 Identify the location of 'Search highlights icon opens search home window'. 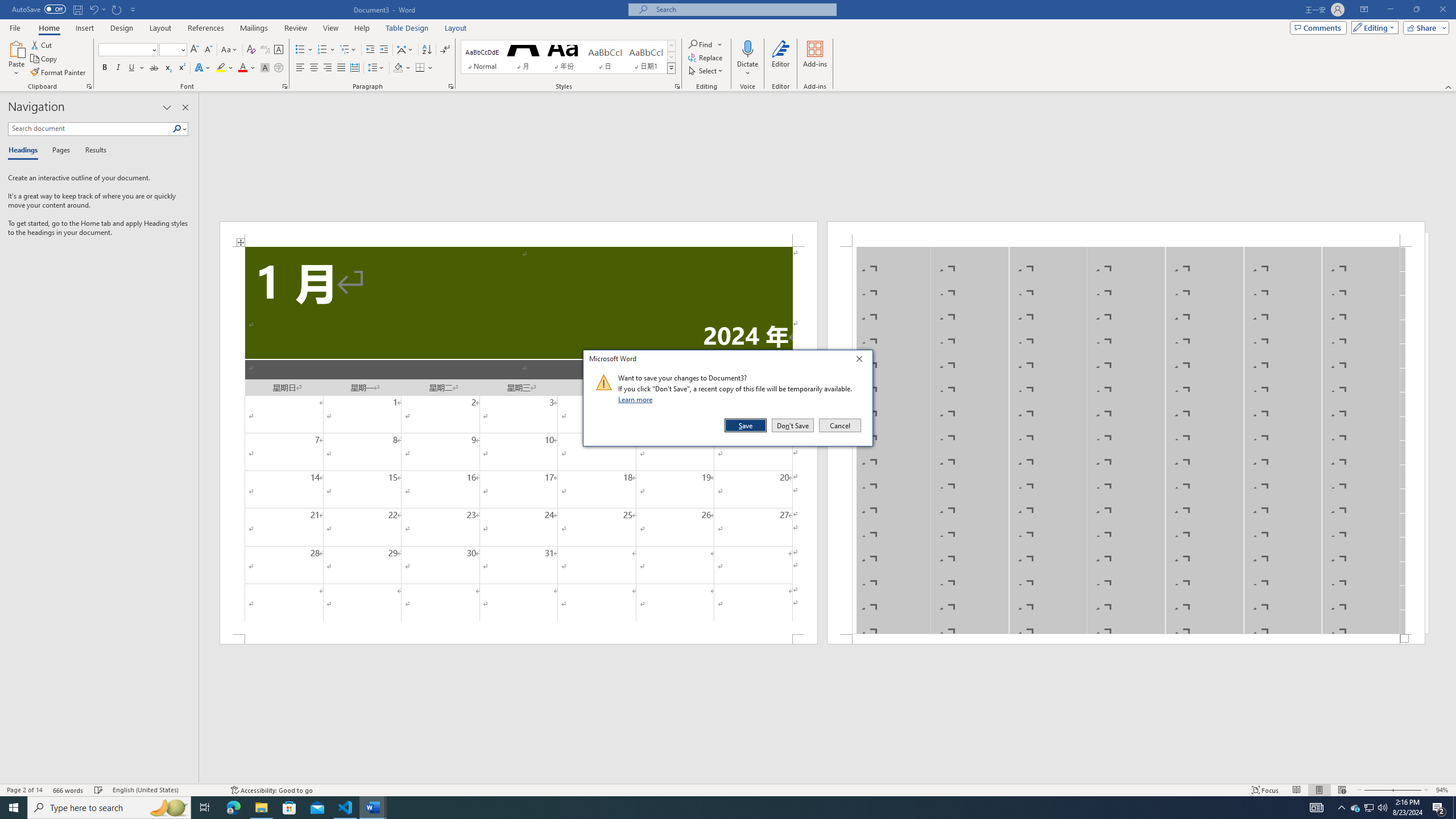
(167, 806).